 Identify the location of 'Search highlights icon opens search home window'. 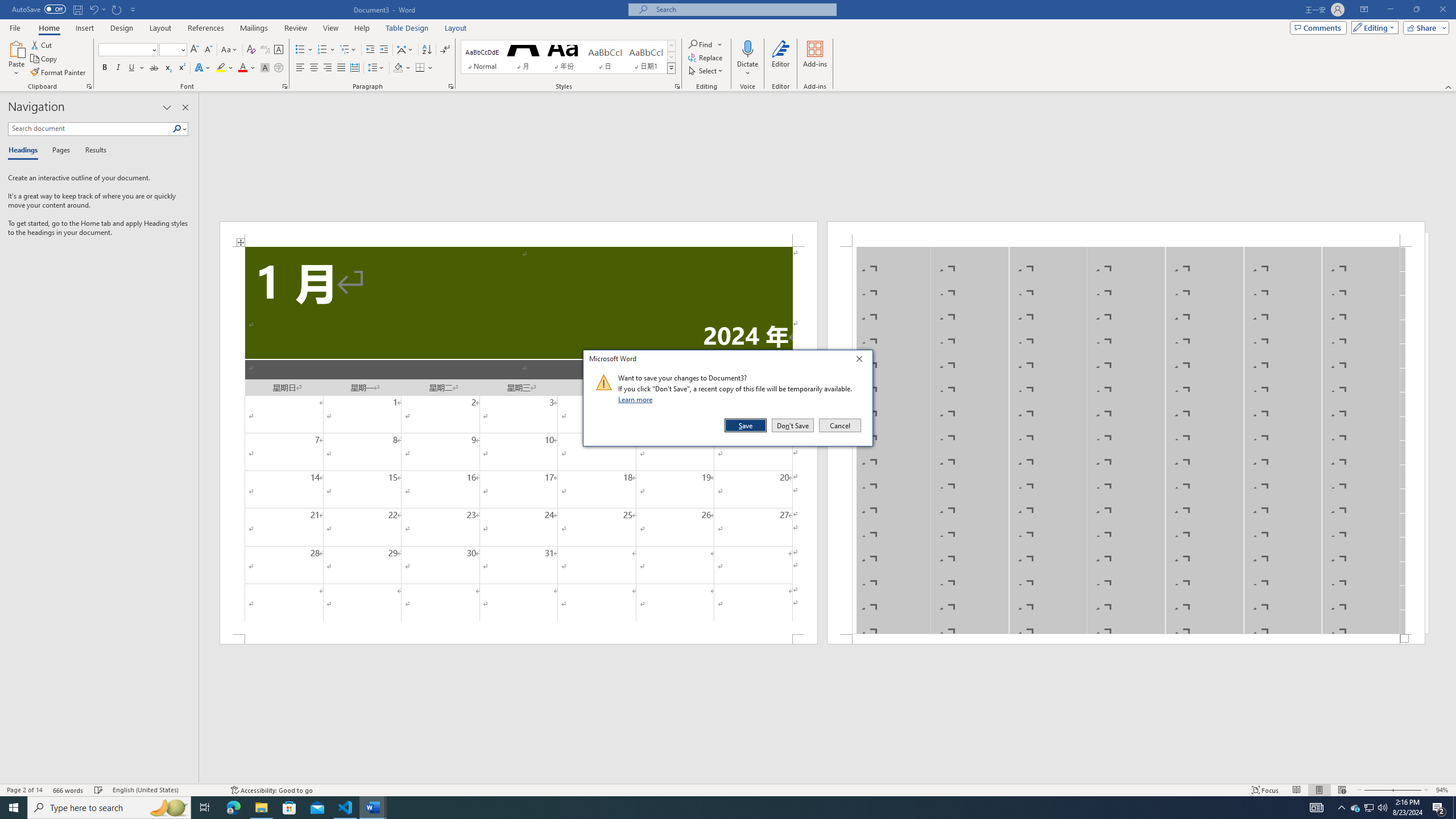
(167, 806).